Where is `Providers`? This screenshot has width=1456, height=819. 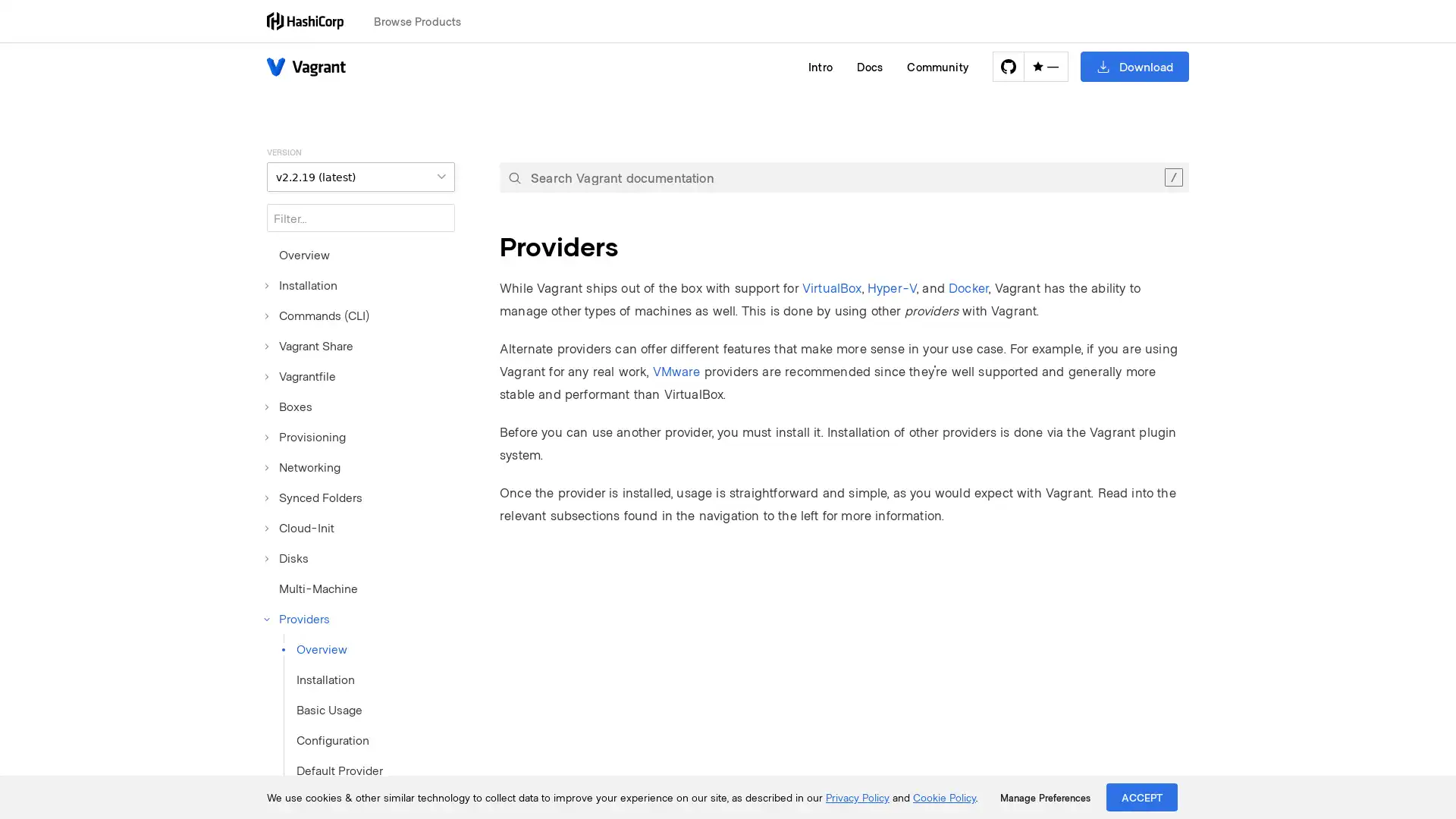 Providers is located at coordinates (298, 619).